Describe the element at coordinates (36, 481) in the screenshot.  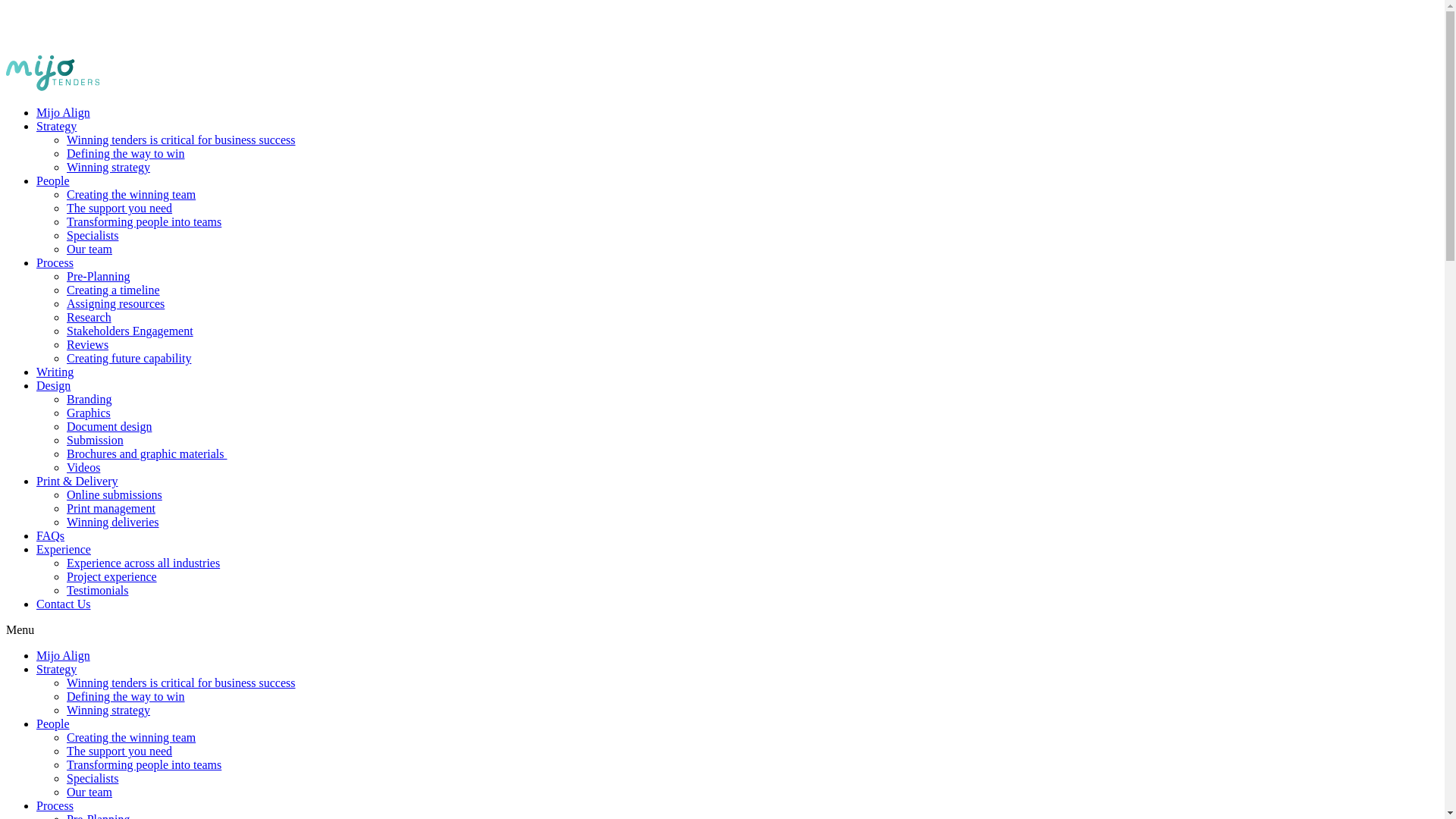
I see `'Print & Delivery'` at that location.